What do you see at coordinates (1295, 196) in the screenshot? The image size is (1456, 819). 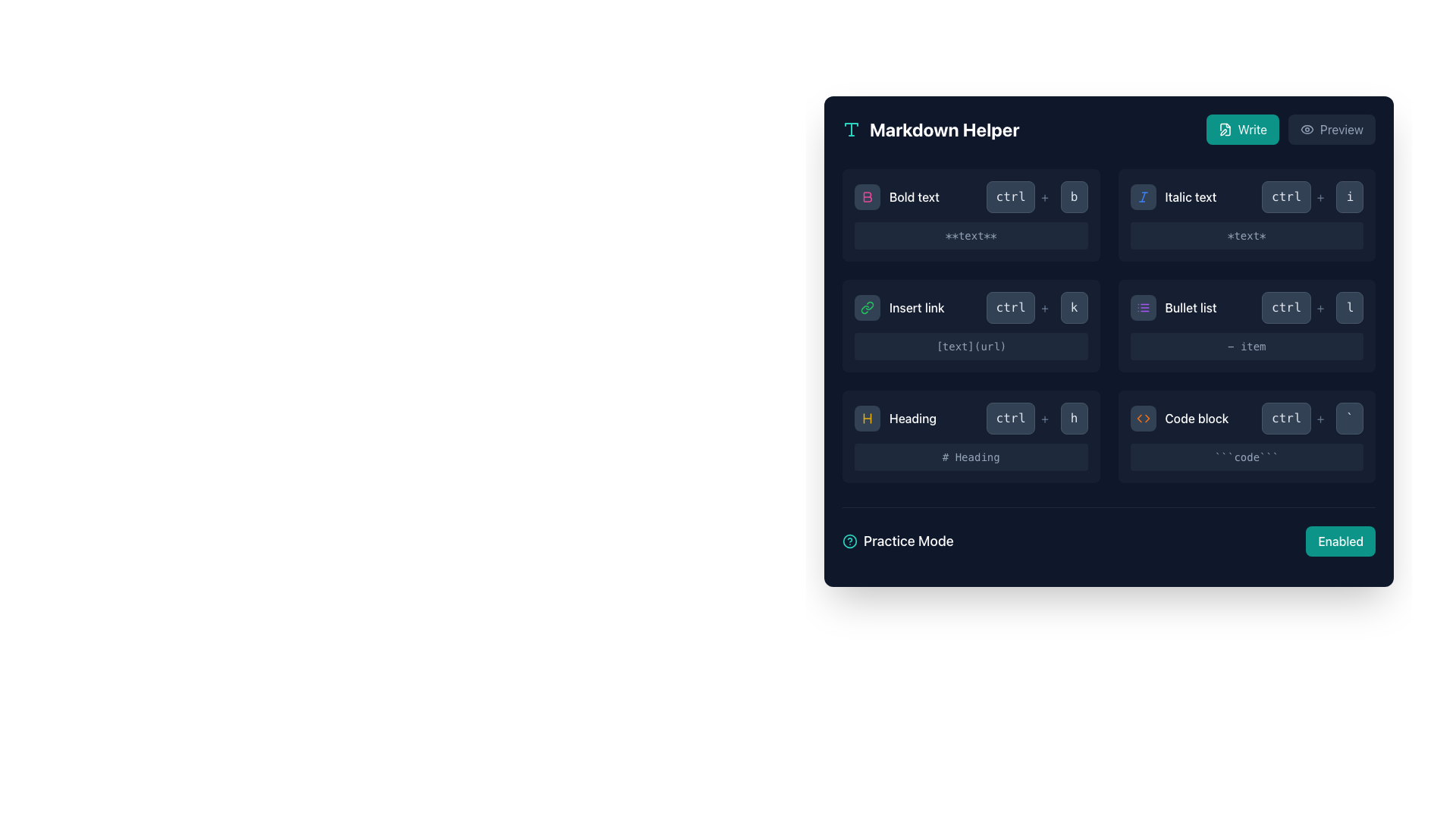 I see `the 'ctrl' key label, which is a small rectangular button with the word 'ctrl' in a monospaced font, styled with a dark background and lighter text, located in the top-right quadrant of the markdown helper interface` at bounding box center [1295, 196].